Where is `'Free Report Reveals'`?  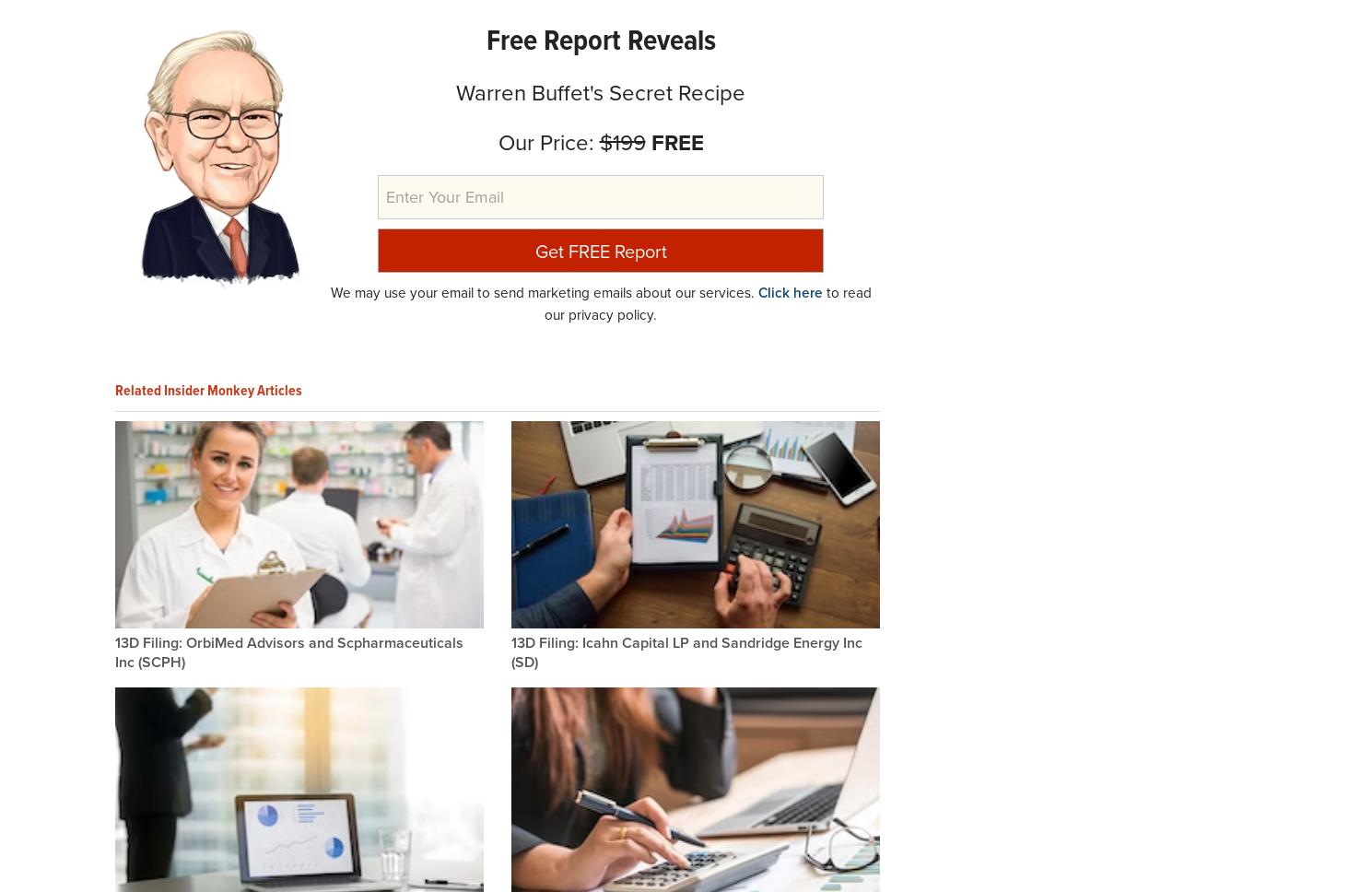
'Free Report Reveals' is located at coordinates (599, 38).